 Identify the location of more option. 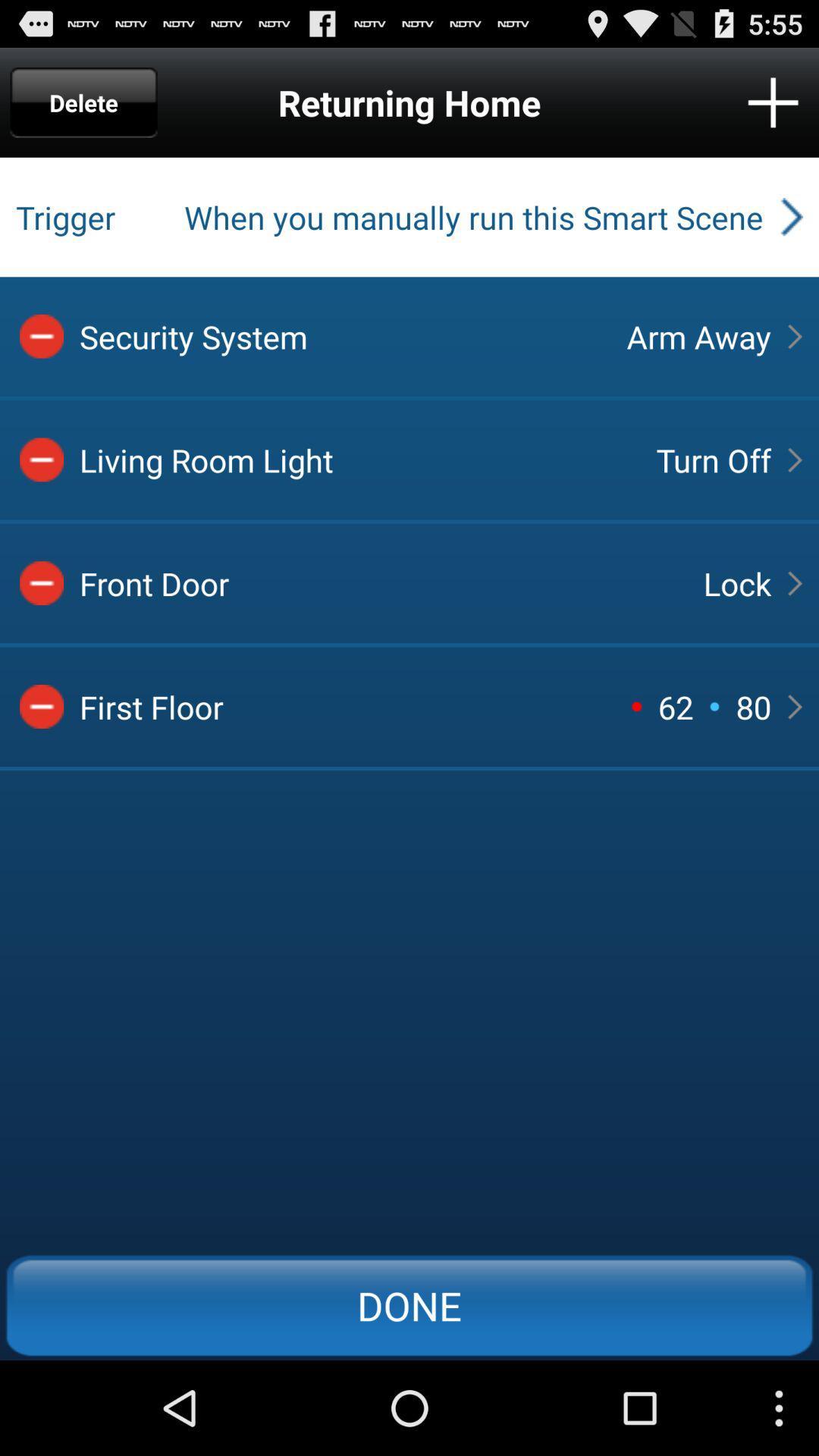
(773, 102).